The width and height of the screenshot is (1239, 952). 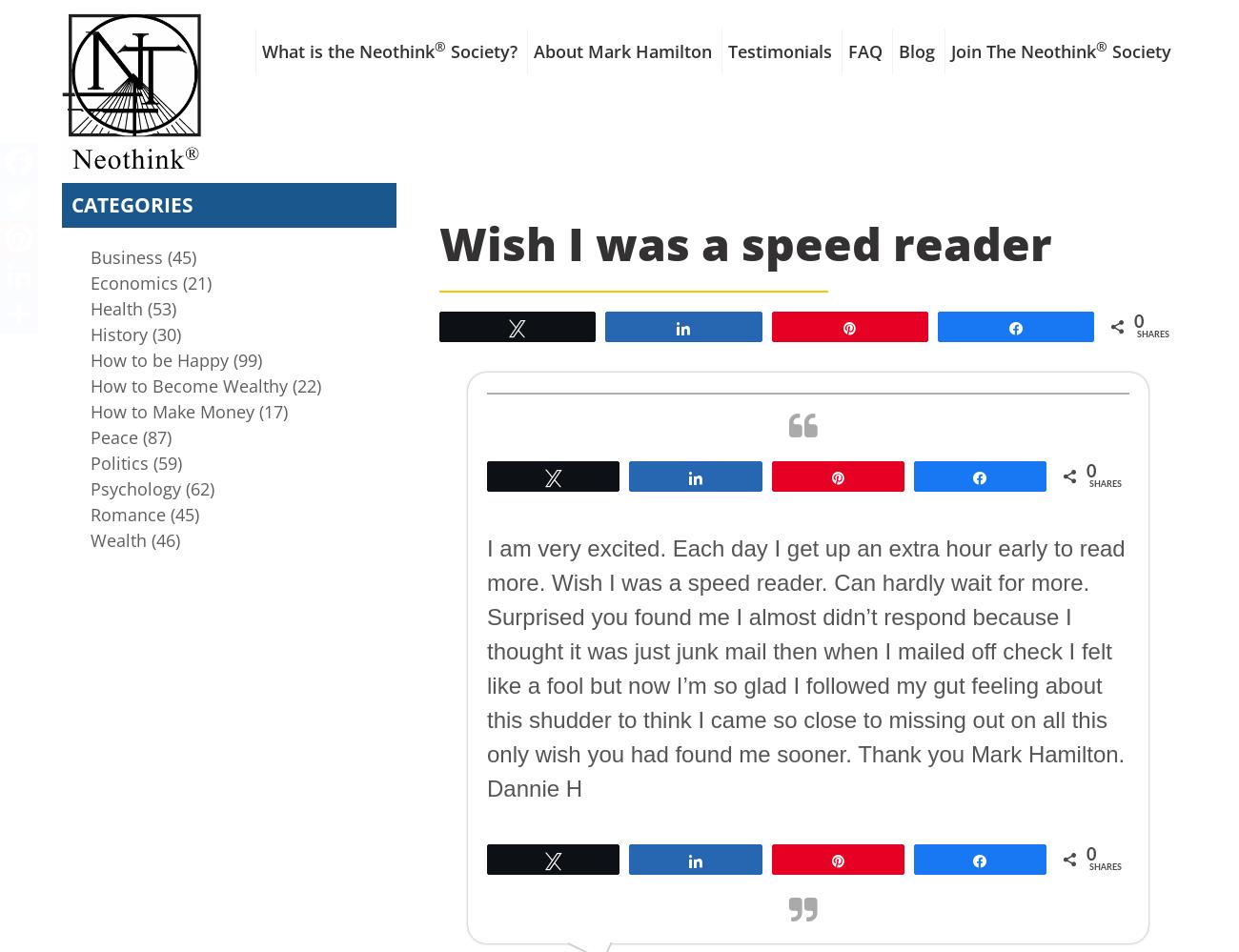 What do you see at coordinates (134, 487) in the screenshot?
I see `'Psychology'` at bounding box center [134, 487].